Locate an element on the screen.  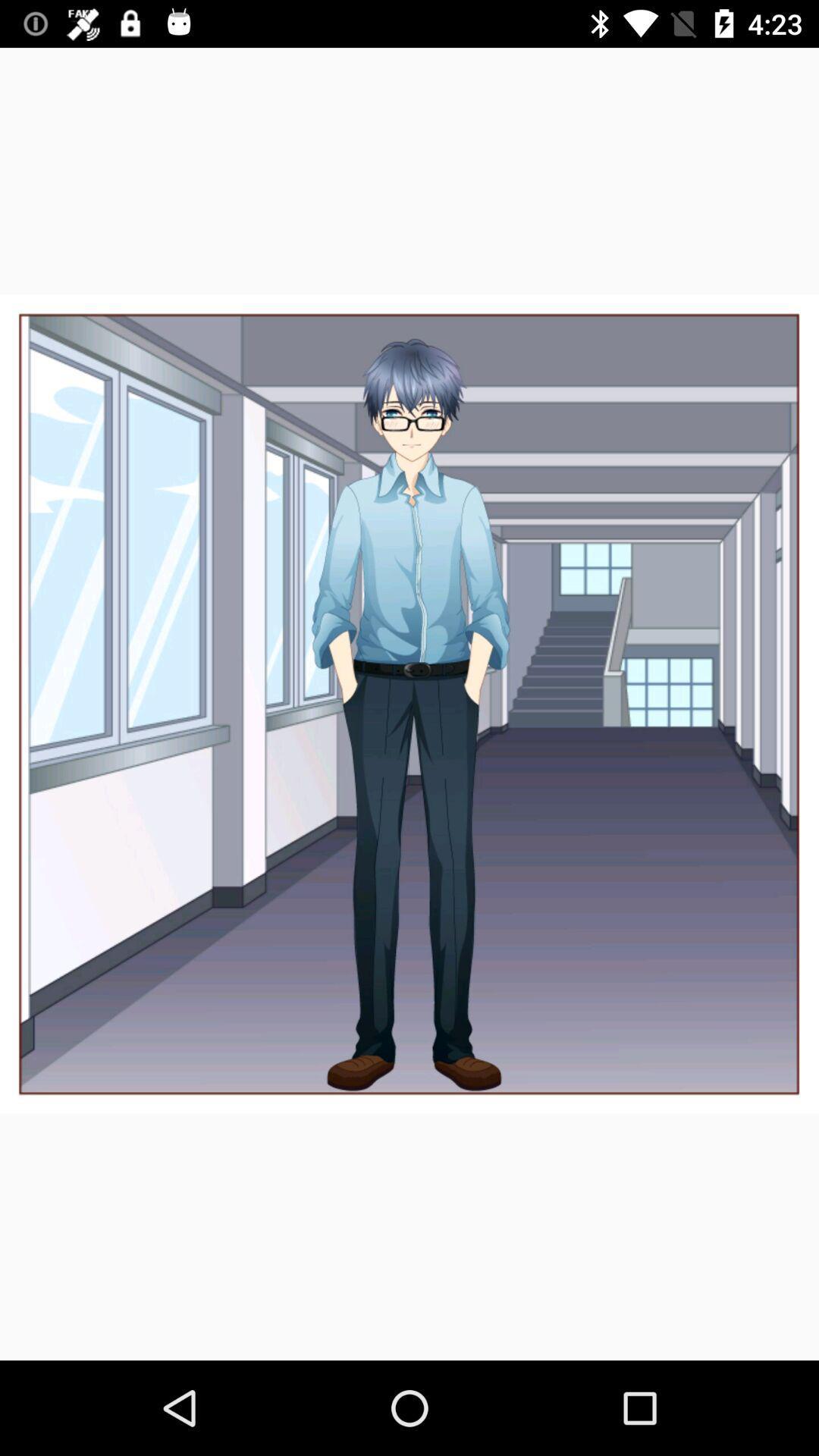
the item at the center is located at coordinates (409, 703).